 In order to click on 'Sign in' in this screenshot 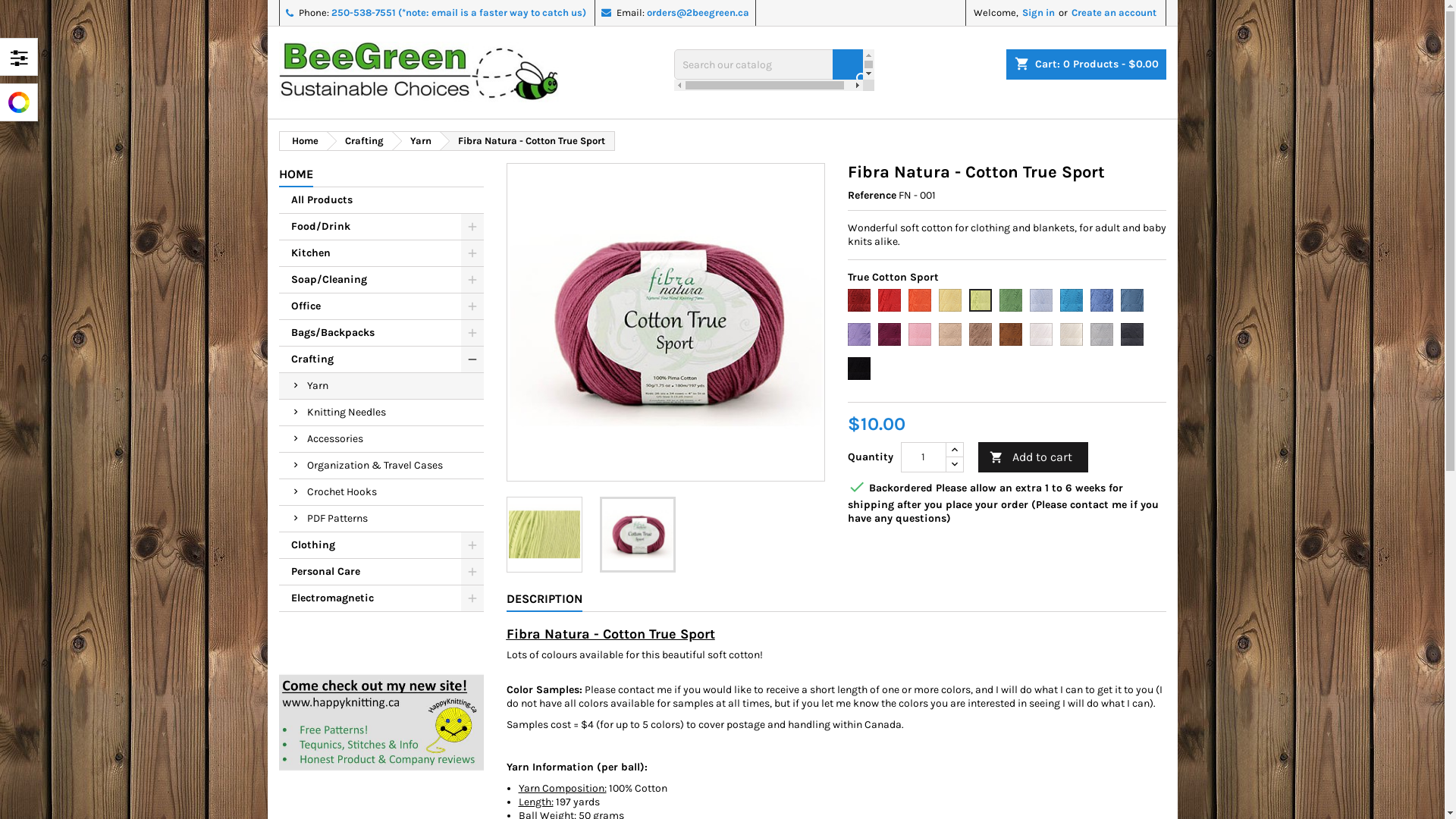, I will do `click(1037, 12)`.